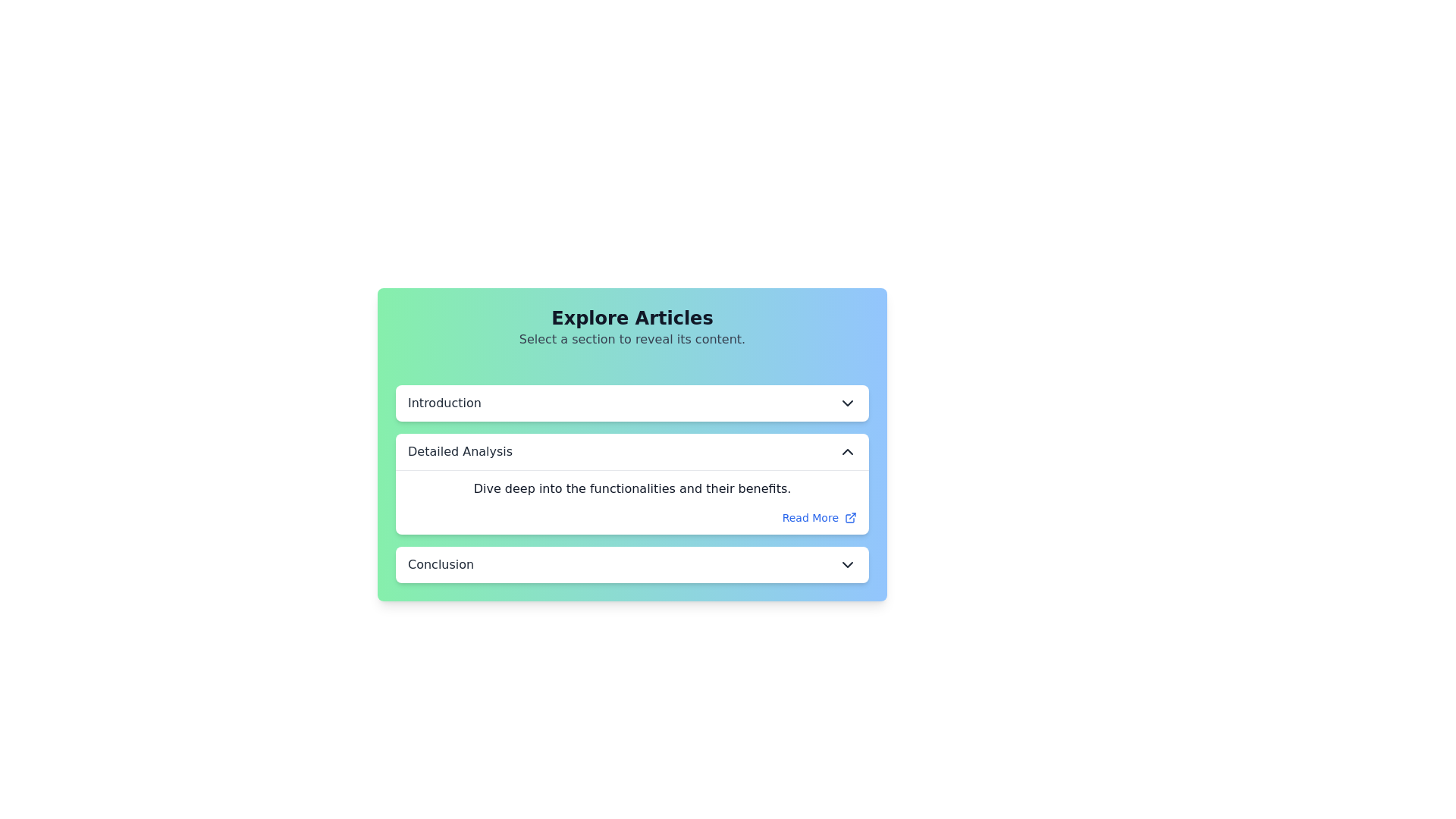 This screenshot has width=1456, height=819. Describe the element at coordinates (460, 451) in the screenshot. I see `the clickable Text component that serves as a label for the 'Detailed Analysis' menu option, located between the 'Introduction' and 'Conclusion' sections` at that location.